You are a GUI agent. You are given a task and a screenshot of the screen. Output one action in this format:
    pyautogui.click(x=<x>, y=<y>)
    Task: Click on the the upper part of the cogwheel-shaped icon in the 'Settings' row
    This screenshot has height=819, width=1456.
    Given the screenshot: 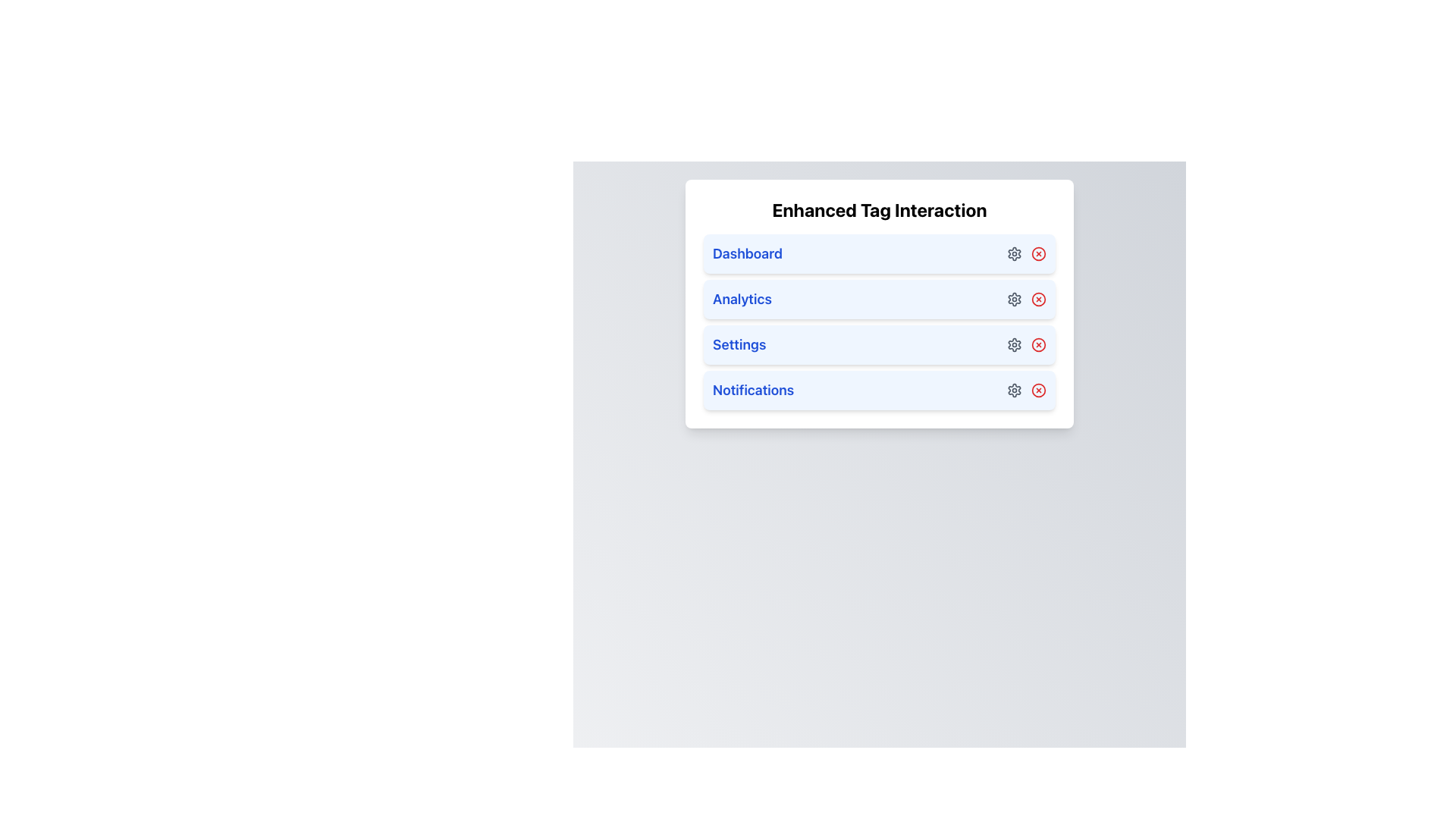 What is the action you would take?
    pyautogui.click(x=1015, y=345)
    